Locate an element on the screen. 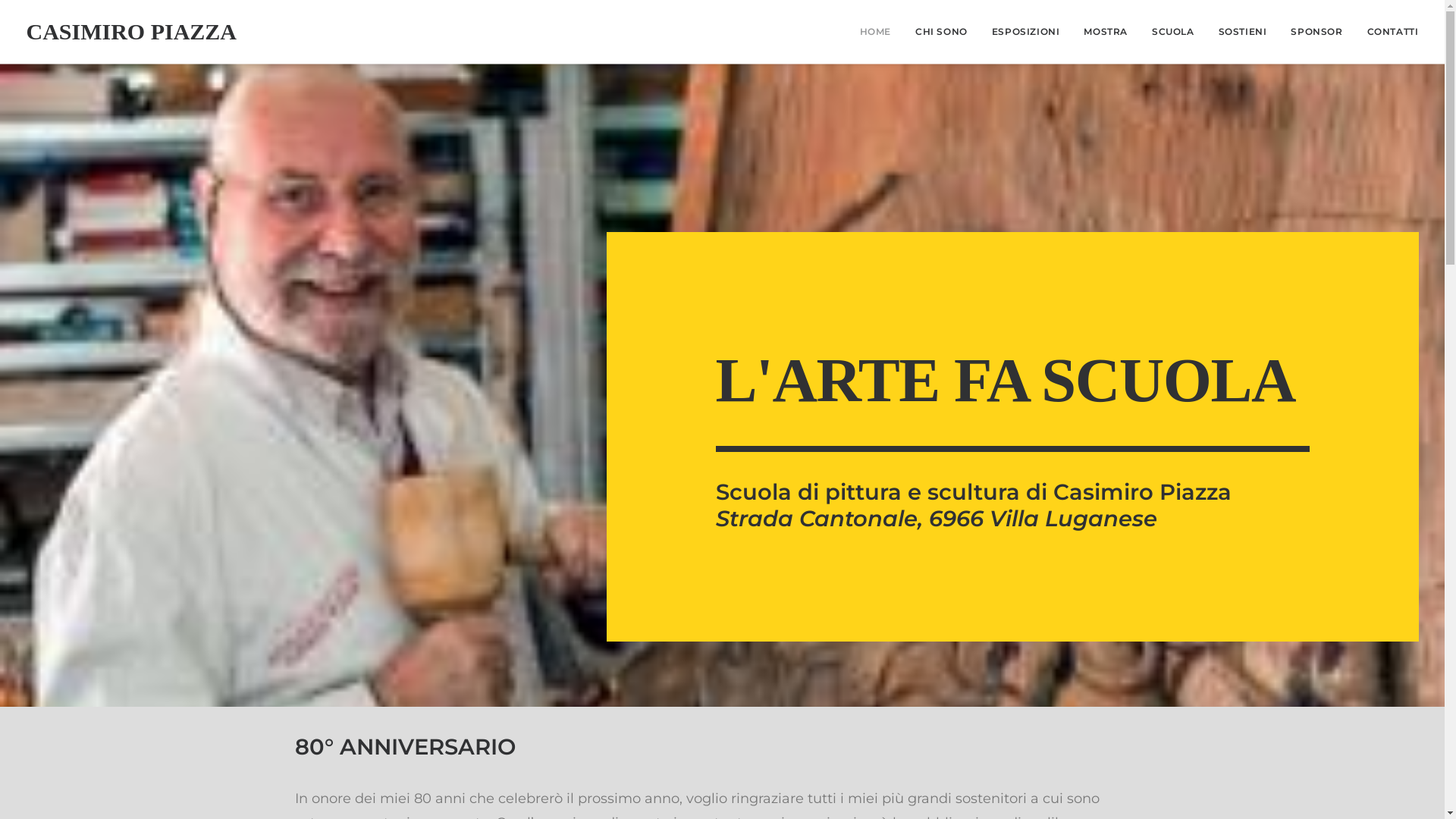 The image size is (1456, 819). 'ESPOSIZIONI' is located at coordinates (981, 32).